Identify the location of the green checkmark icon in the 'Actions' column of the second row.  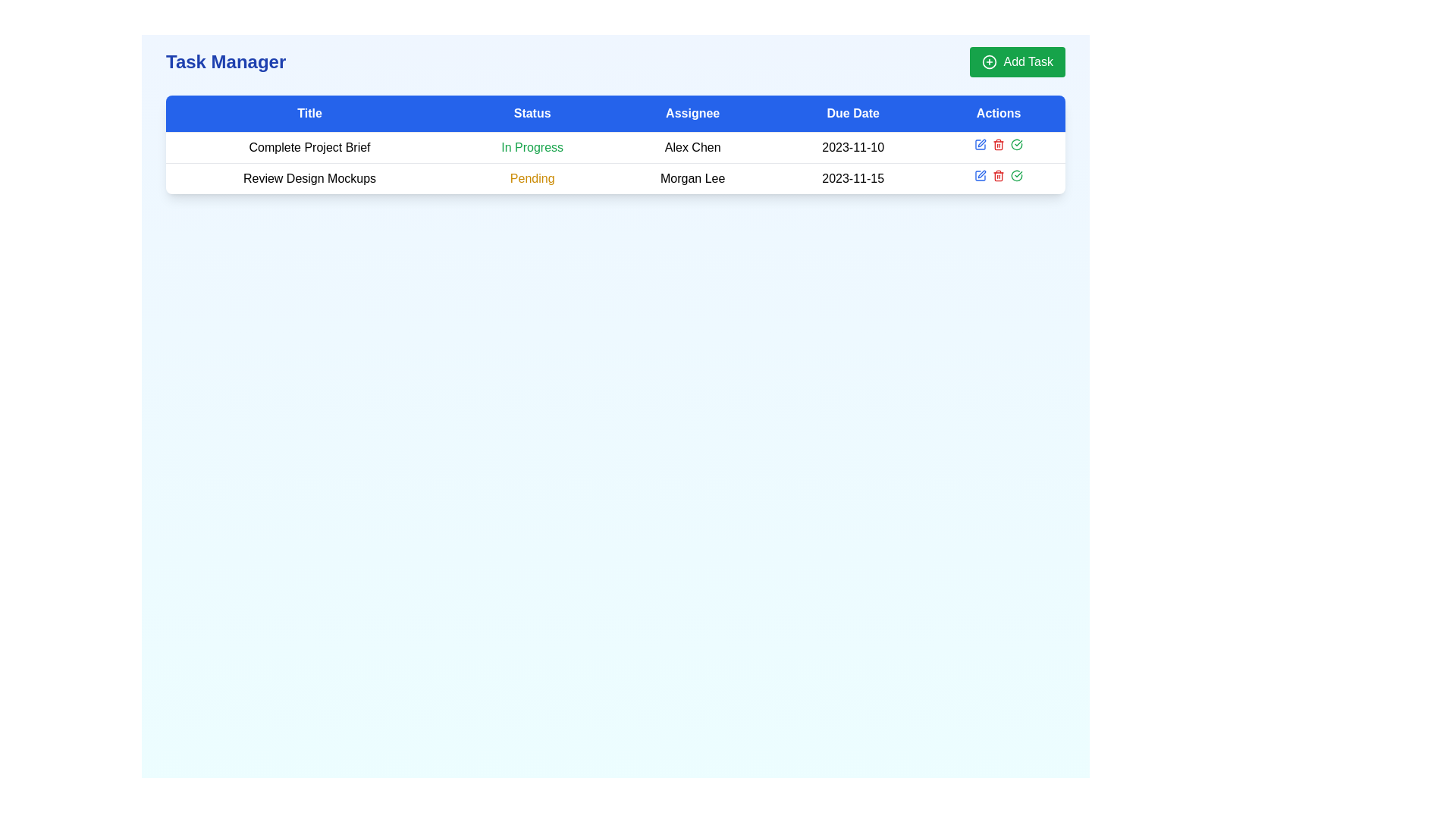
(1017, 145).